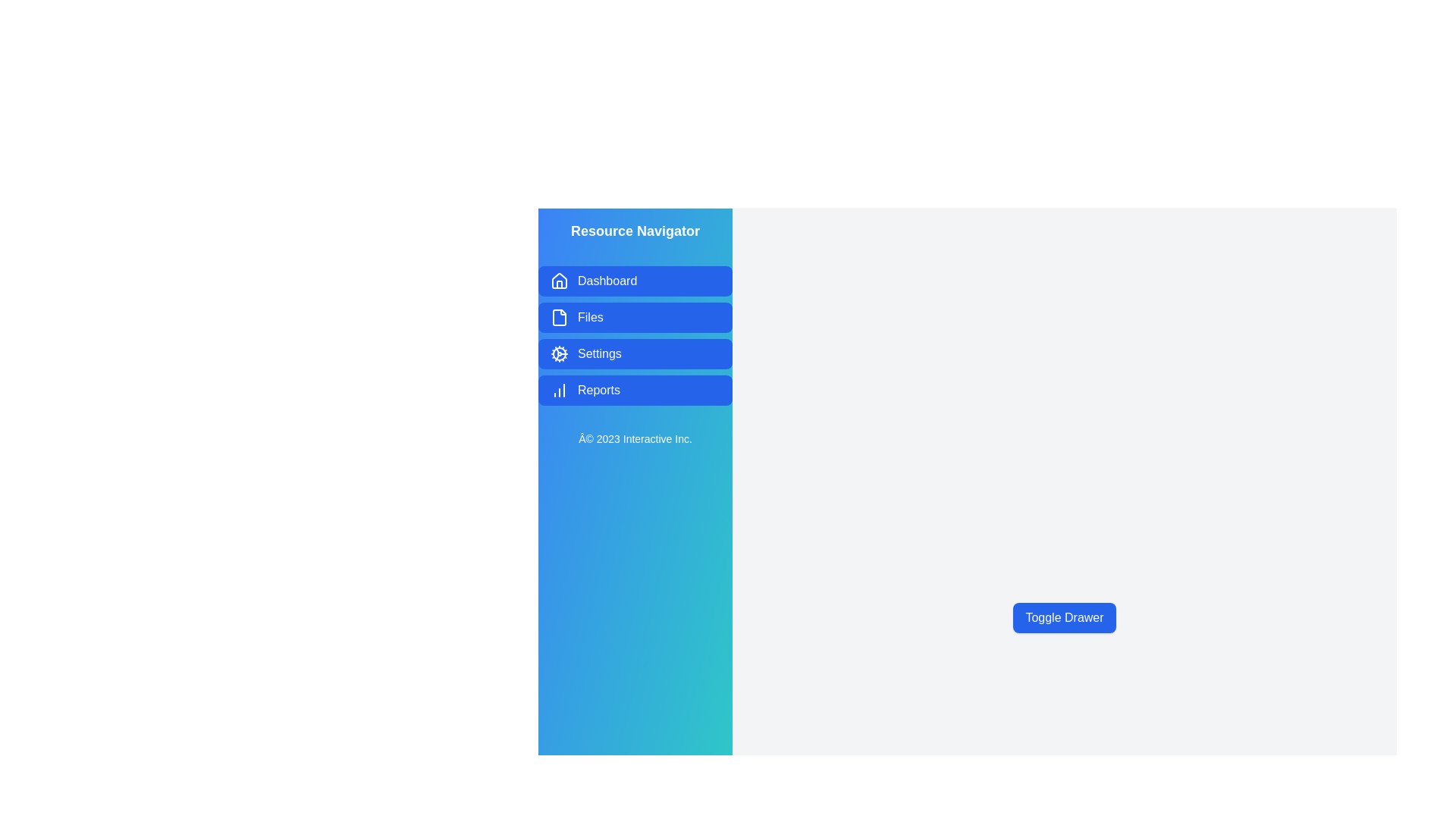 This screenshot has width=1456, height=819. I want to click on the navigation item labeled Settings, so click(635, 353).